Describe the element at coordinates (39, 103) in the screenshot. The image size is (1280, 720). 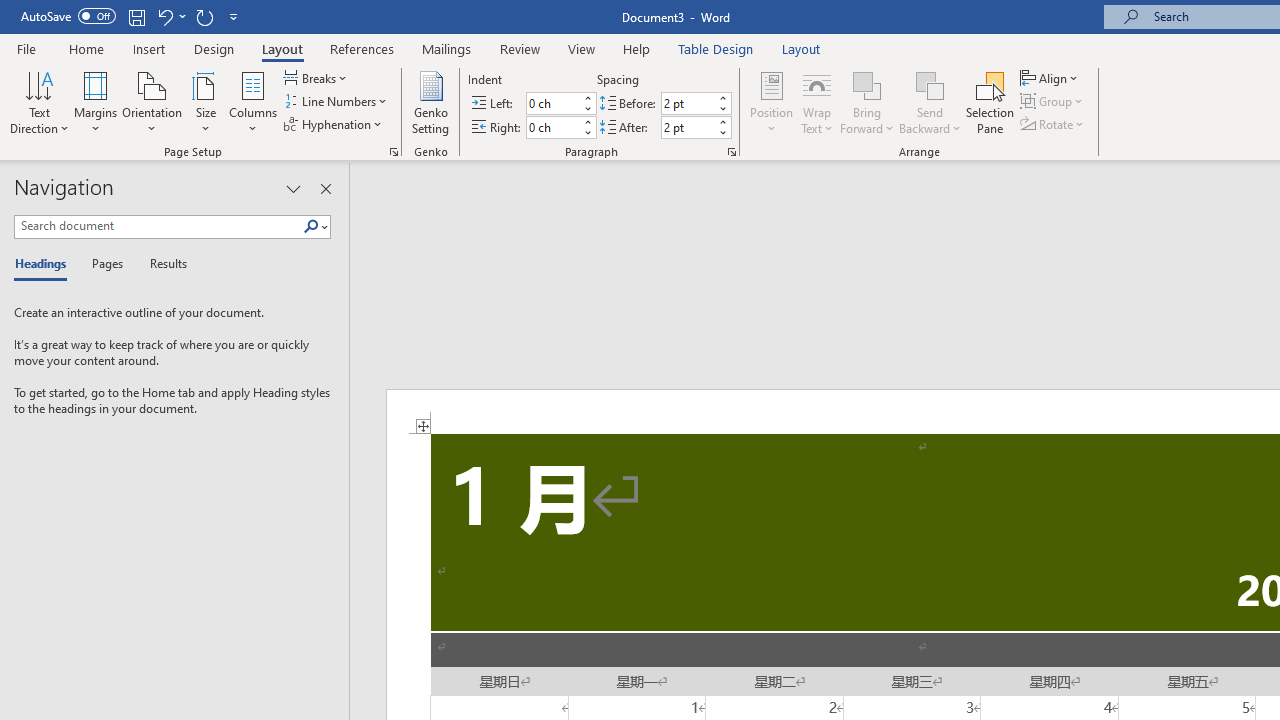
I see `'Text Direction'` at that location.